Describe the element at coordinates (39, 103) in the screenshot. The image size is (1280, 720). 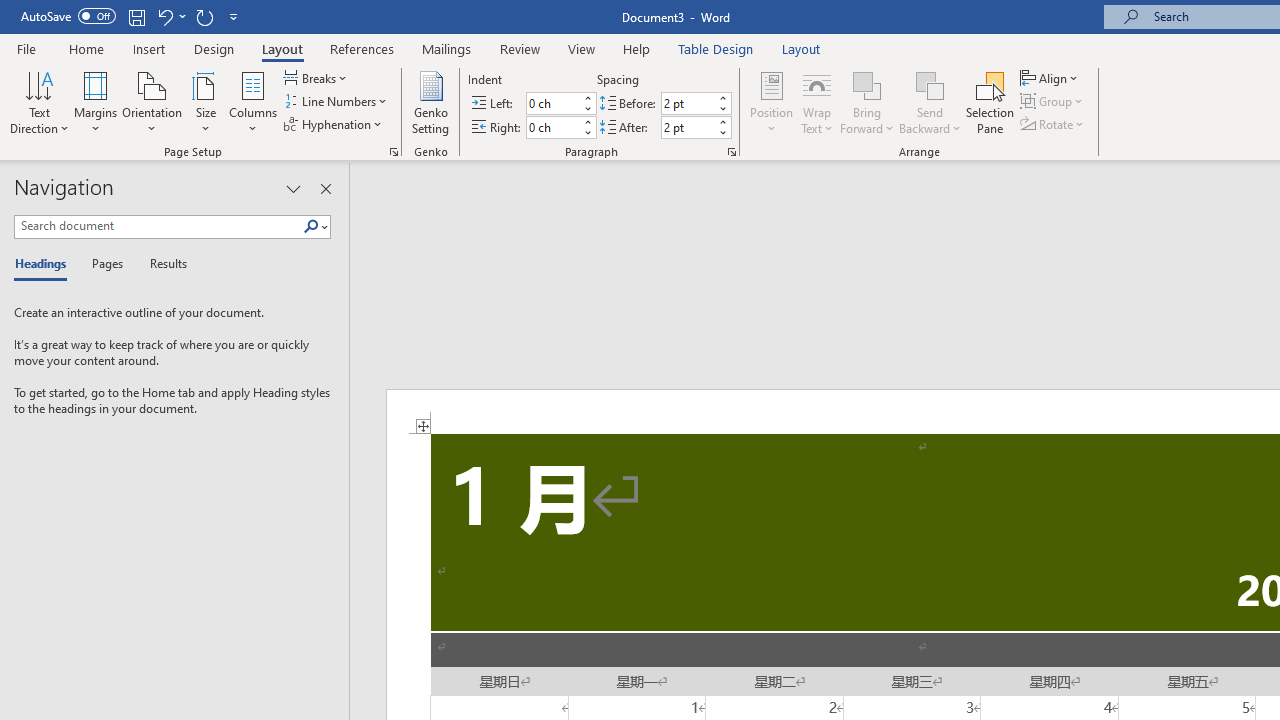
I see `'Text Direction'` at that location.